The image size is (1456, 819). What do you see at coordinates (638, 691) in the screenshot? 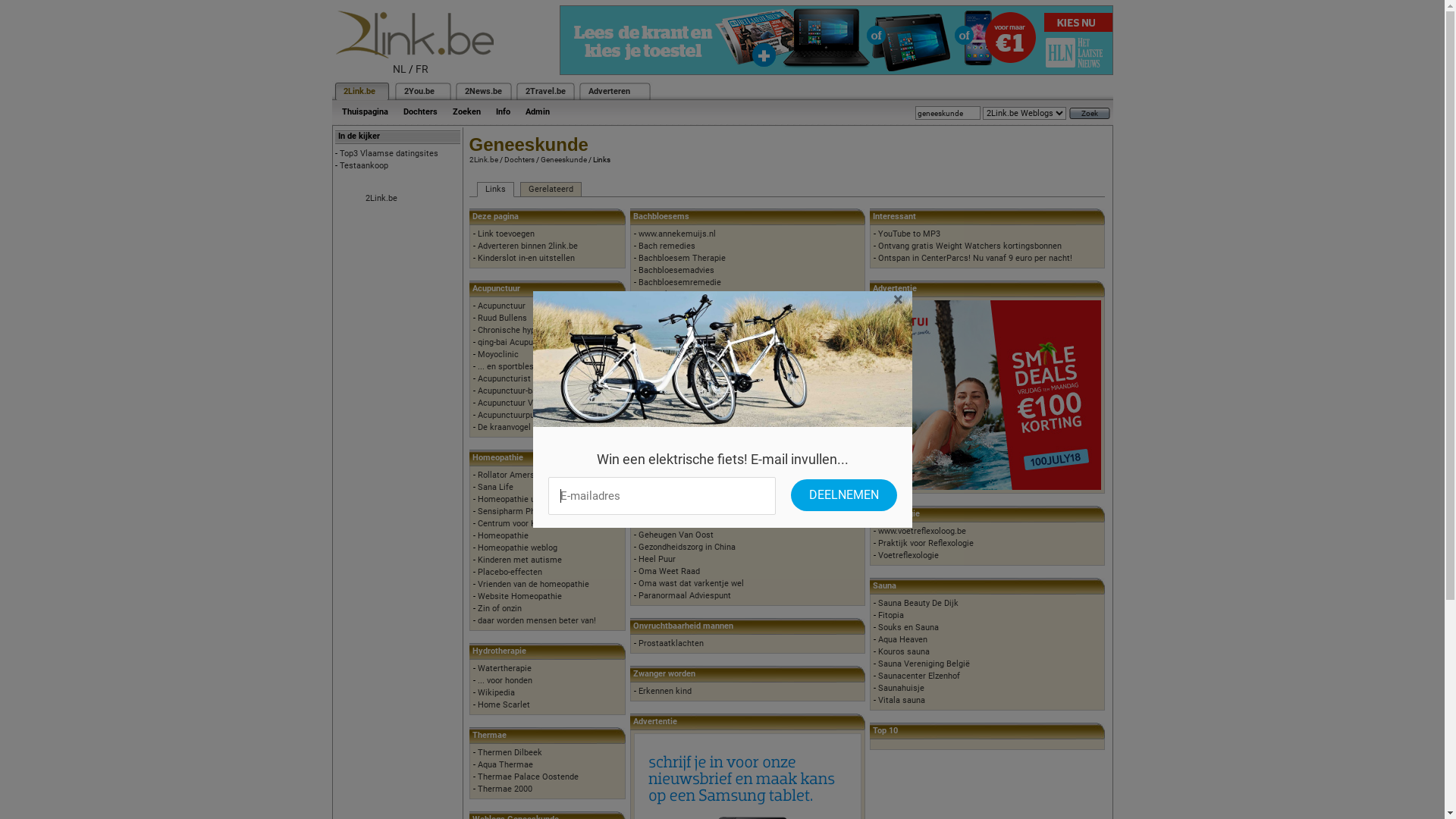
I see `'Erkennen kind'` at bounding box center [638, 691].